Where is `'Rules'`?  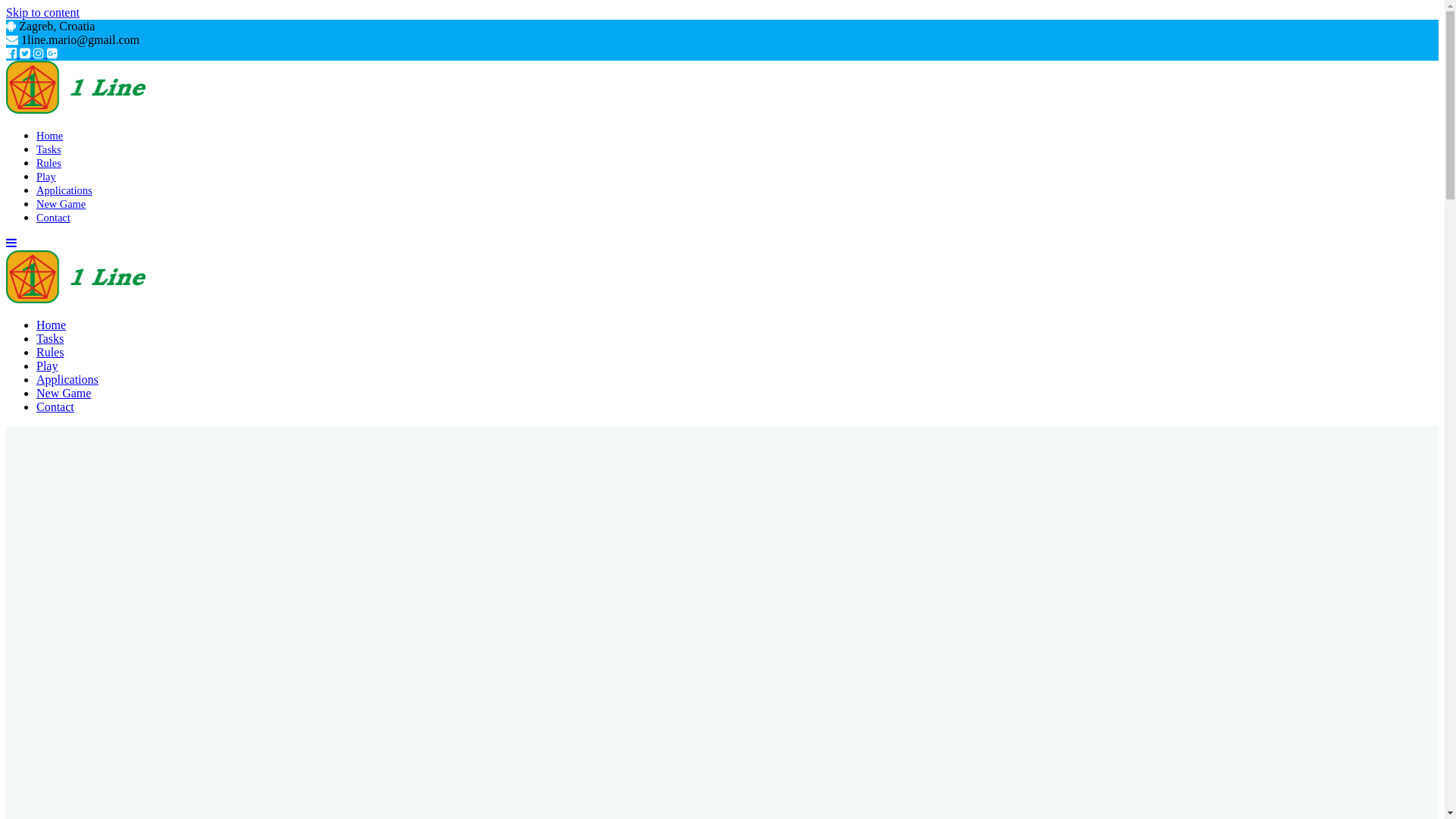 'Rules' is located at coordinates (49, 163).